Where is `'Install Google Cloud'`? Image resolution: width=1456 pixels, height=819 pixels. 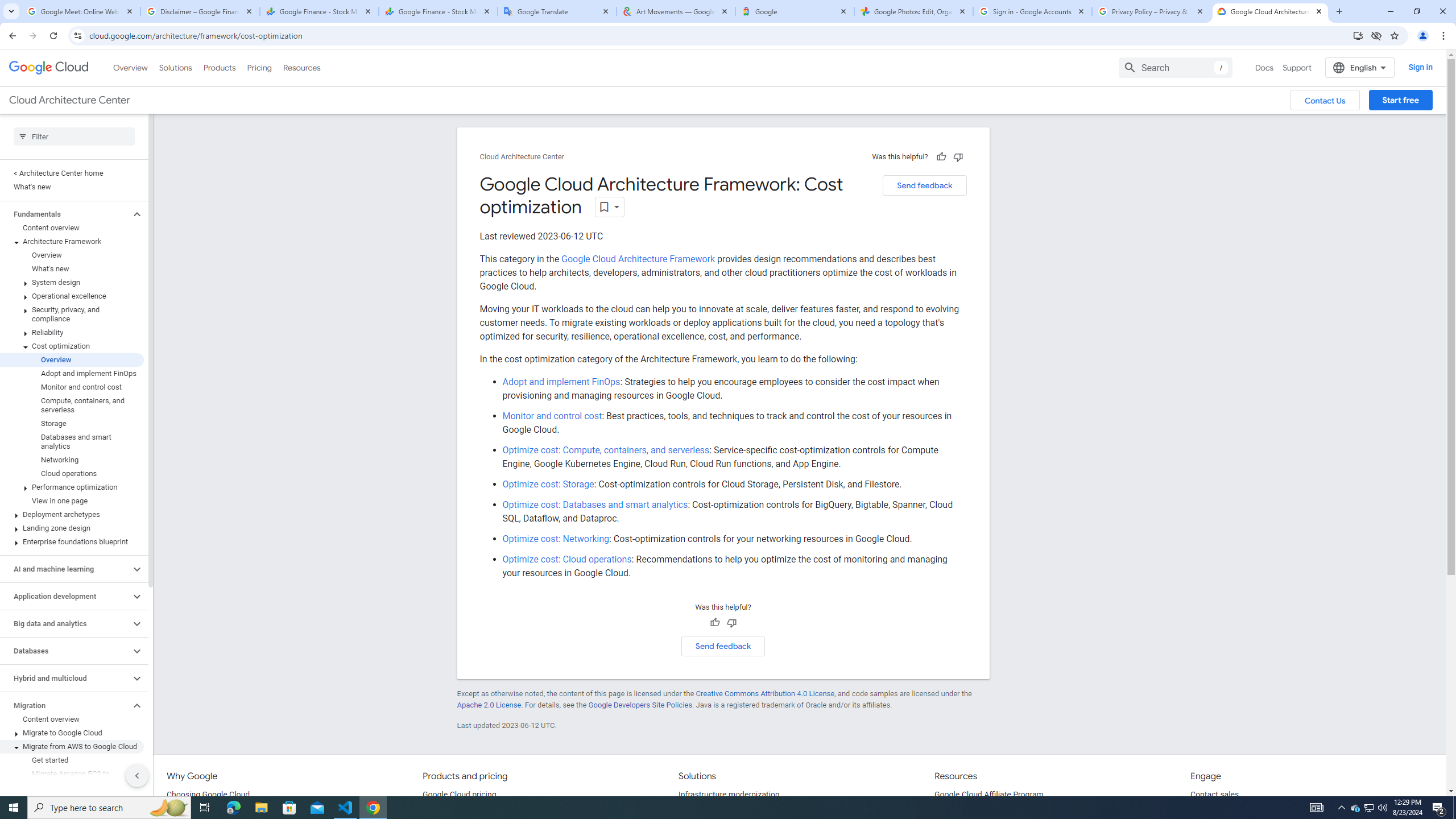 'Install Google Cloud' is located at coordinates (1358, 35).